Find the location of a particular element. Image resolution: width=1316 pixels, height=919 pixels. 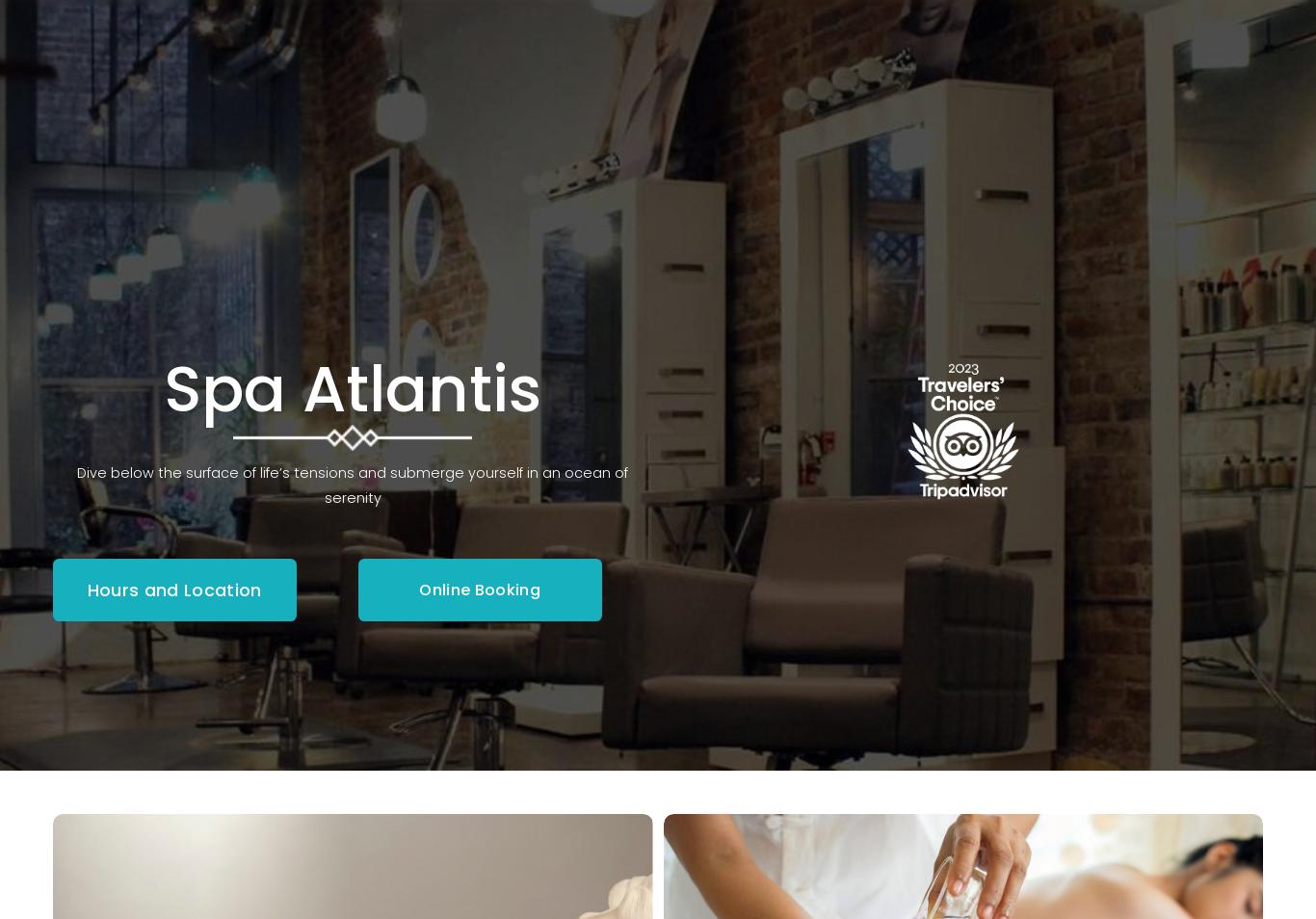

'Book Now' is located at coordinates (1198, 148).